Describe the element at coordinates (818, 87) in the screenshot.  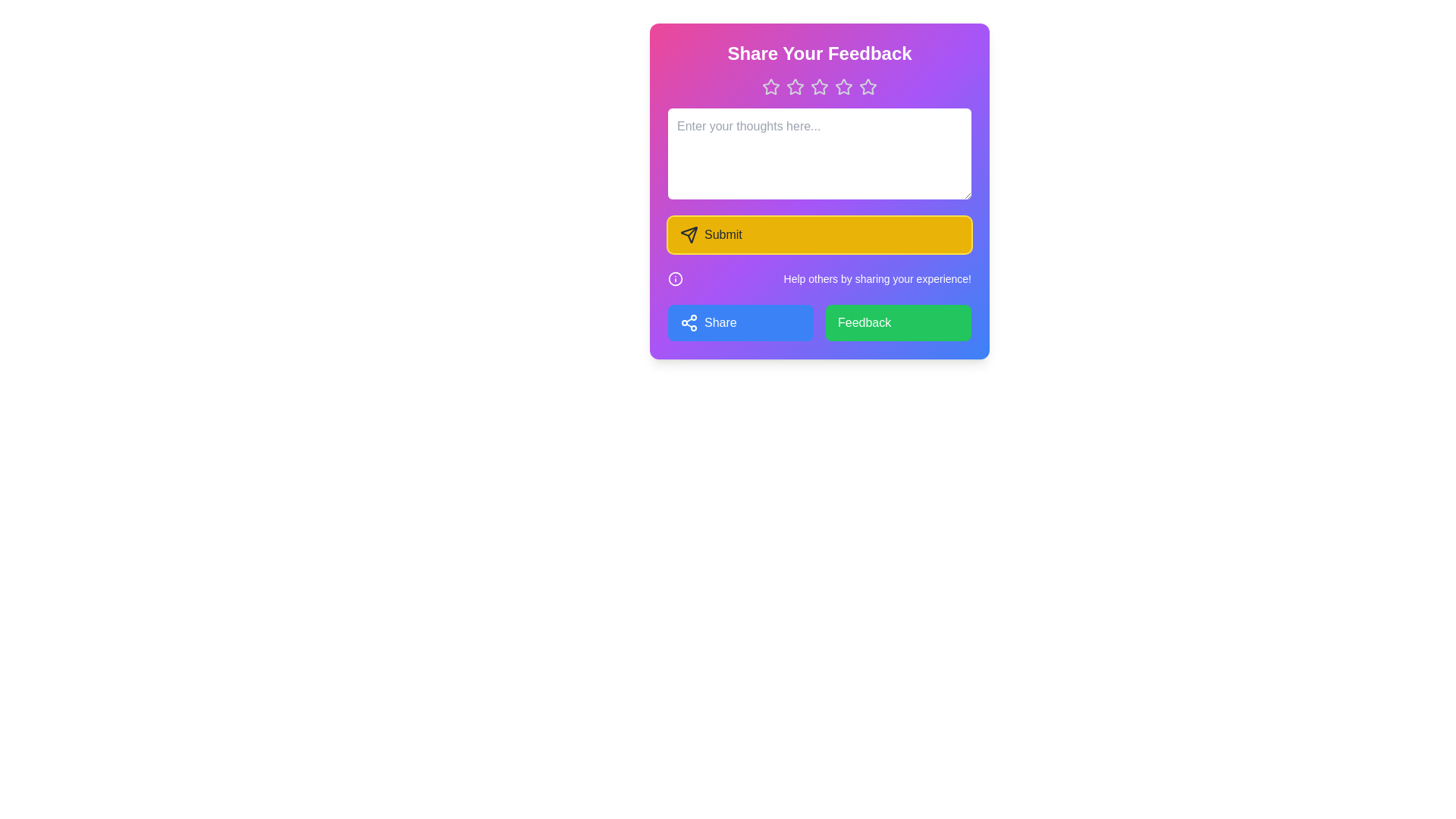
I see `on the third star of the interactive rating stars, which is highlighted` at that location.